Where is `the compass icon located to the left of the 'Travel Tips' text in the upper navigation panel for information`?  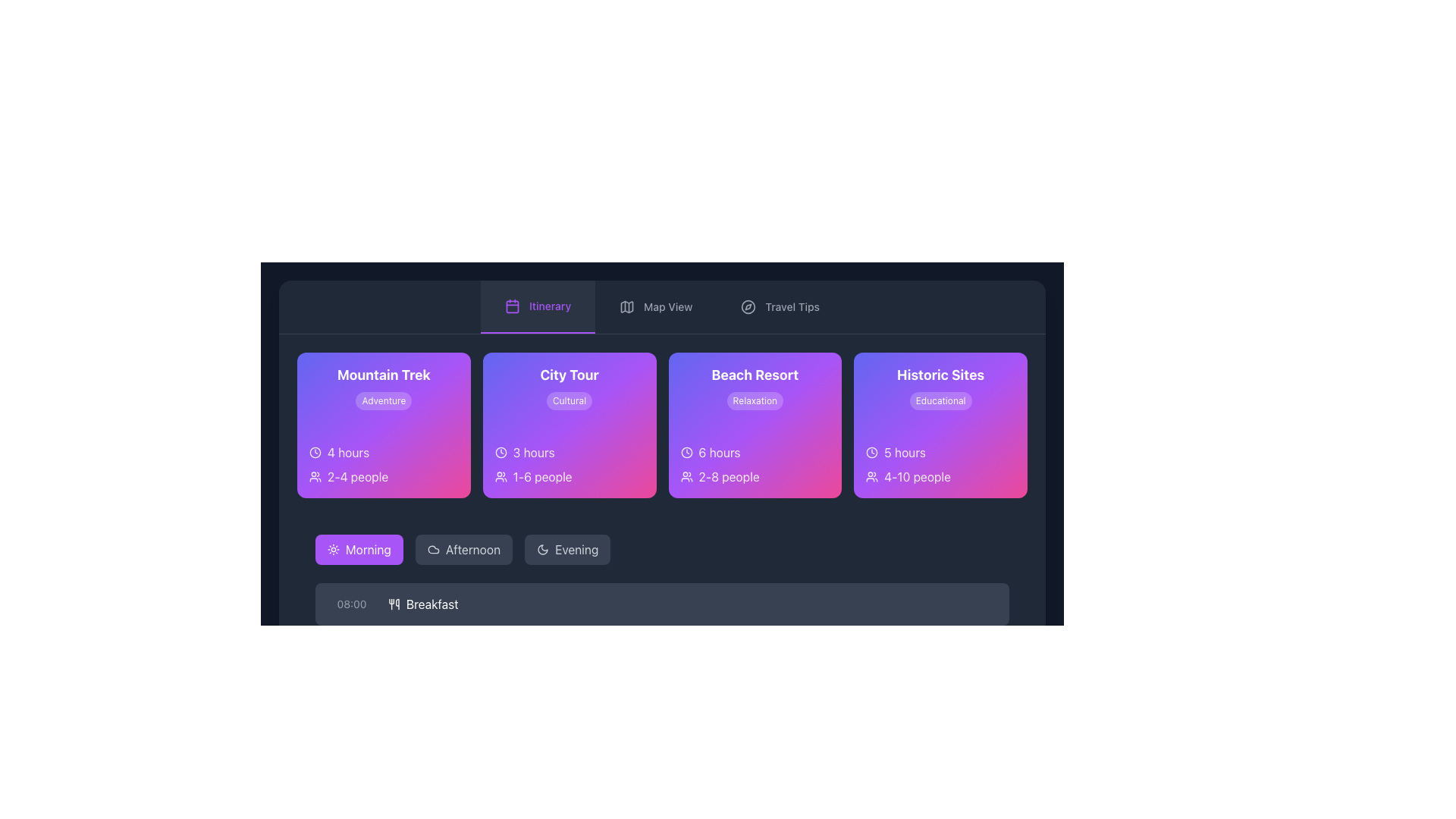 the compass icon located to the left of the 'Travel Tips' text in the upper navigation panel for information is located at coordinates (748, 307).